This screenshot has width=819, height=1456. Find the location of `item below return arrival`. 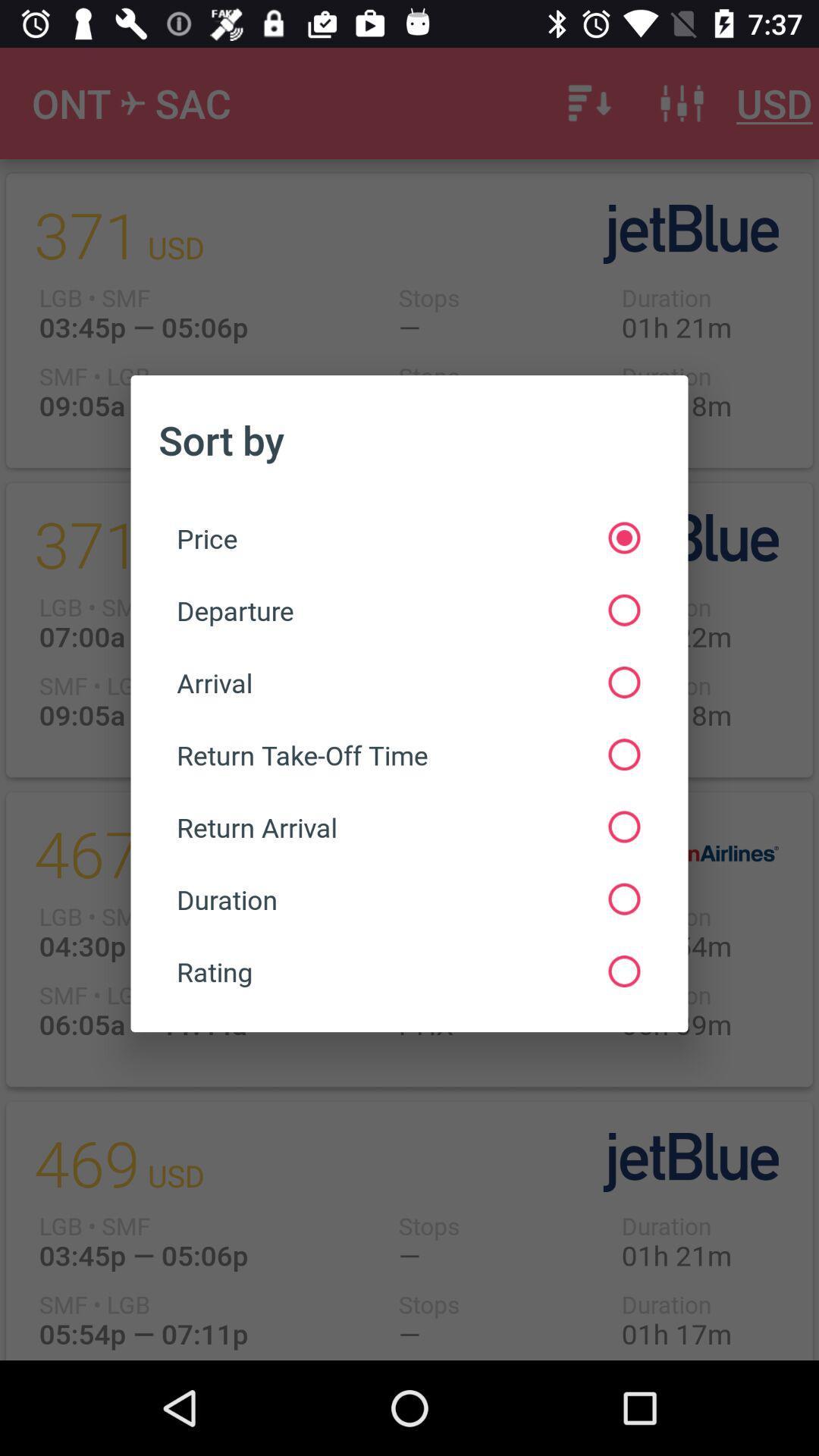

item below return arrival is located at coordinates (407, 899).